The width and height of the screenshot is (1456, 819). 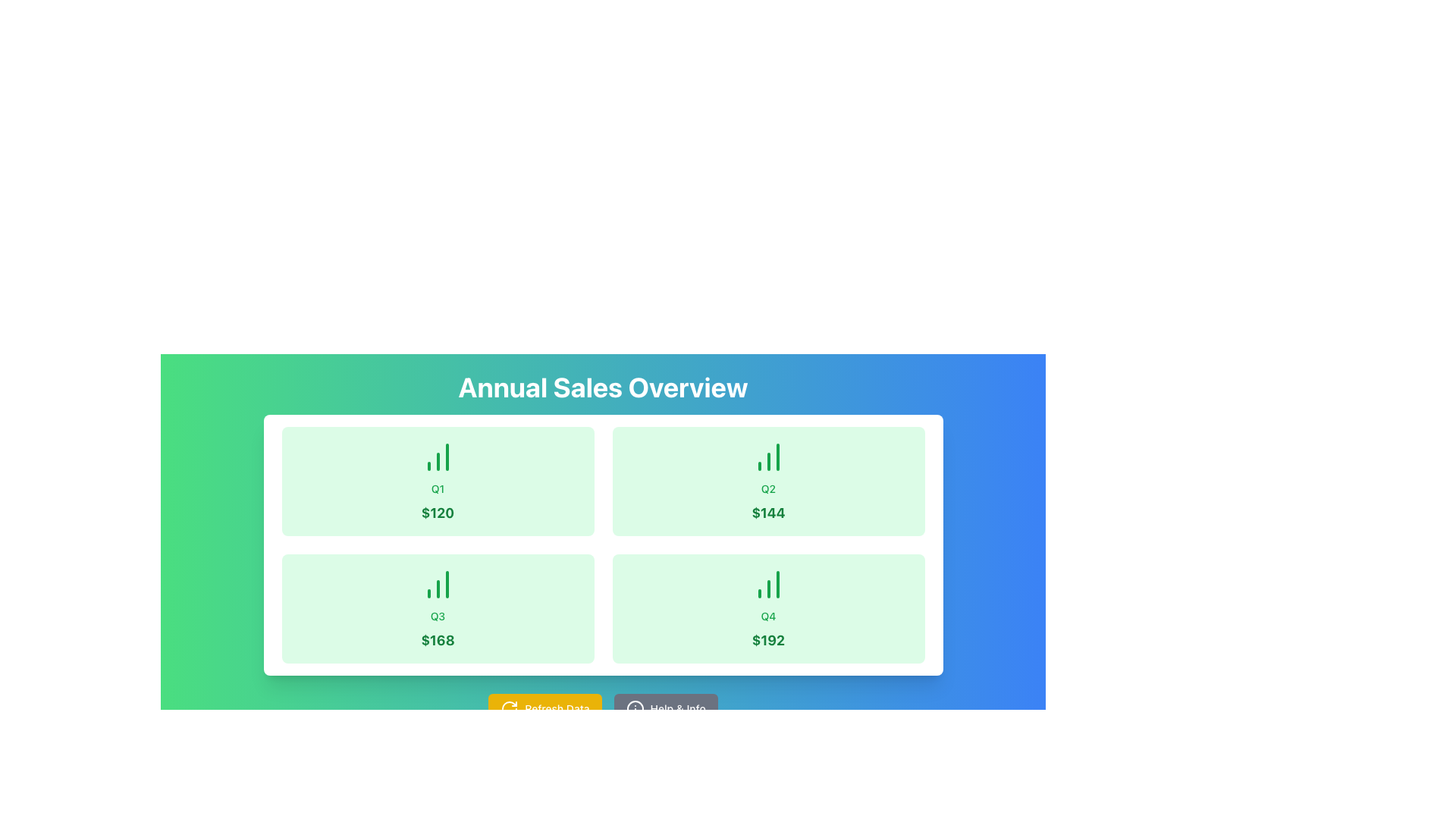 What do you see at coordinates (768, 513) in the screenshot?
I see `the Static Text Label displaying the value '$144' in bold green font, located at the bottom of the Q2 sales data card` at bounding box center [768, 513].